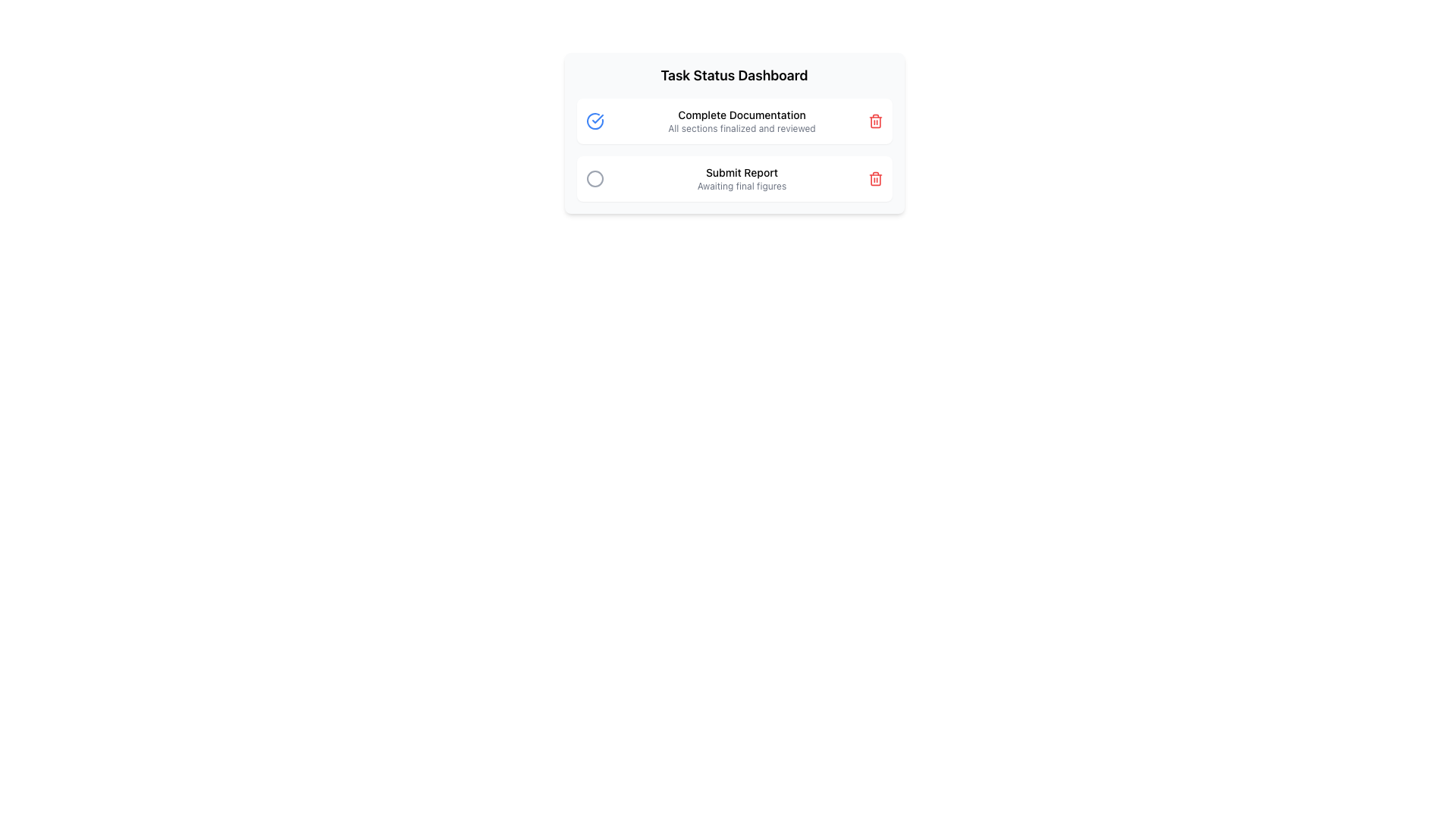  Describe the element at coordinates (594, 177) in the screenshot. I see `circular gray icon located to the left of the 'Submit Report' text in the second task item row of the dashboard` at that location.